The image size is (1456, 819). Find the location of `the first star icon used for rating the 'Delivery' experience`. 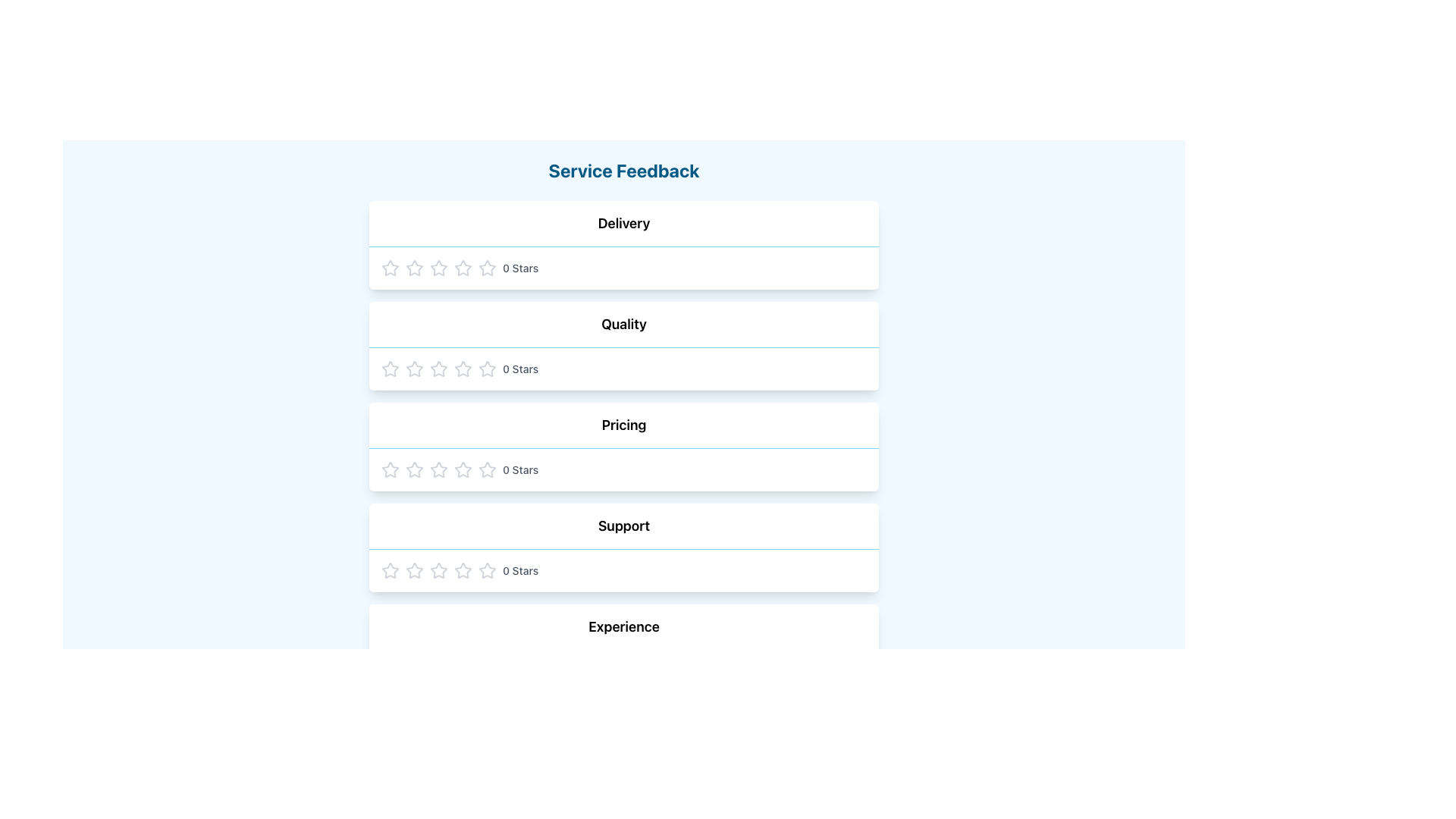

the first star icon used for rating the 'Delivery' experience is located at coordinates (415, 267).